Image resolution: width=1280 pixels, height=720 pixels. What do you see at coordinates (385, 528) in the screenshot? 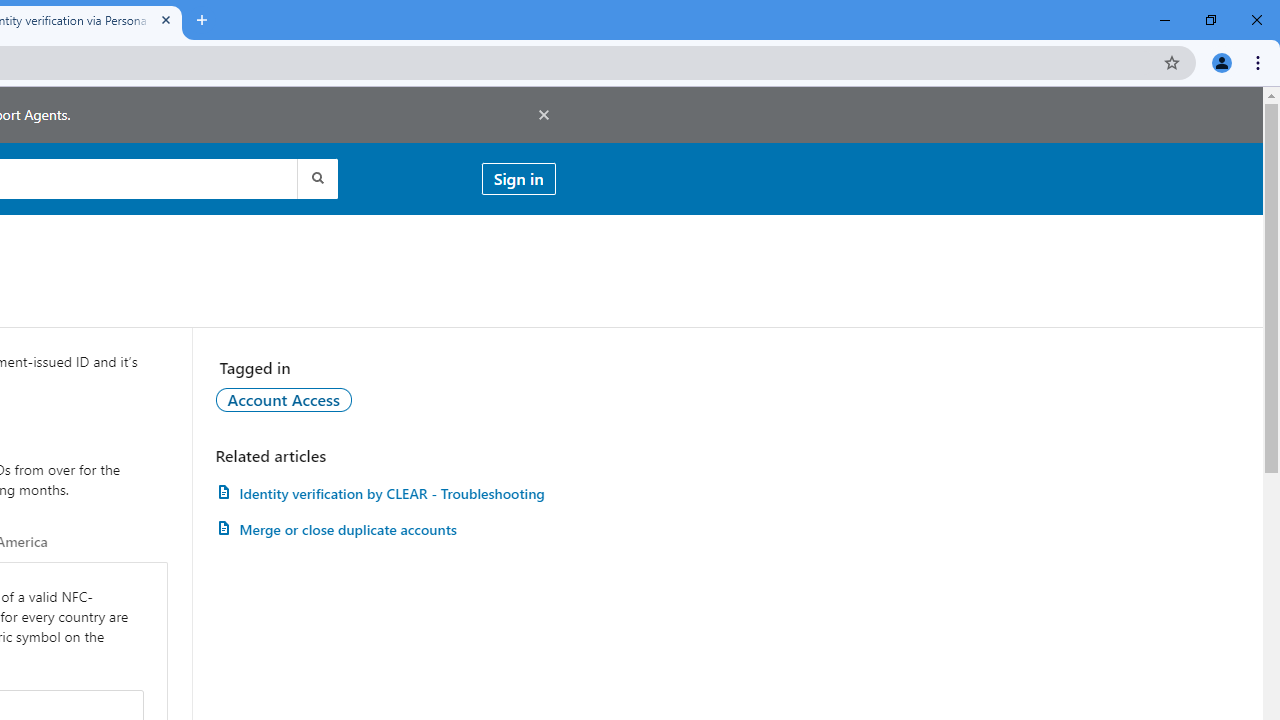
I see `'Merge or close duplicate accounts'` at bounding box center [385, 528].